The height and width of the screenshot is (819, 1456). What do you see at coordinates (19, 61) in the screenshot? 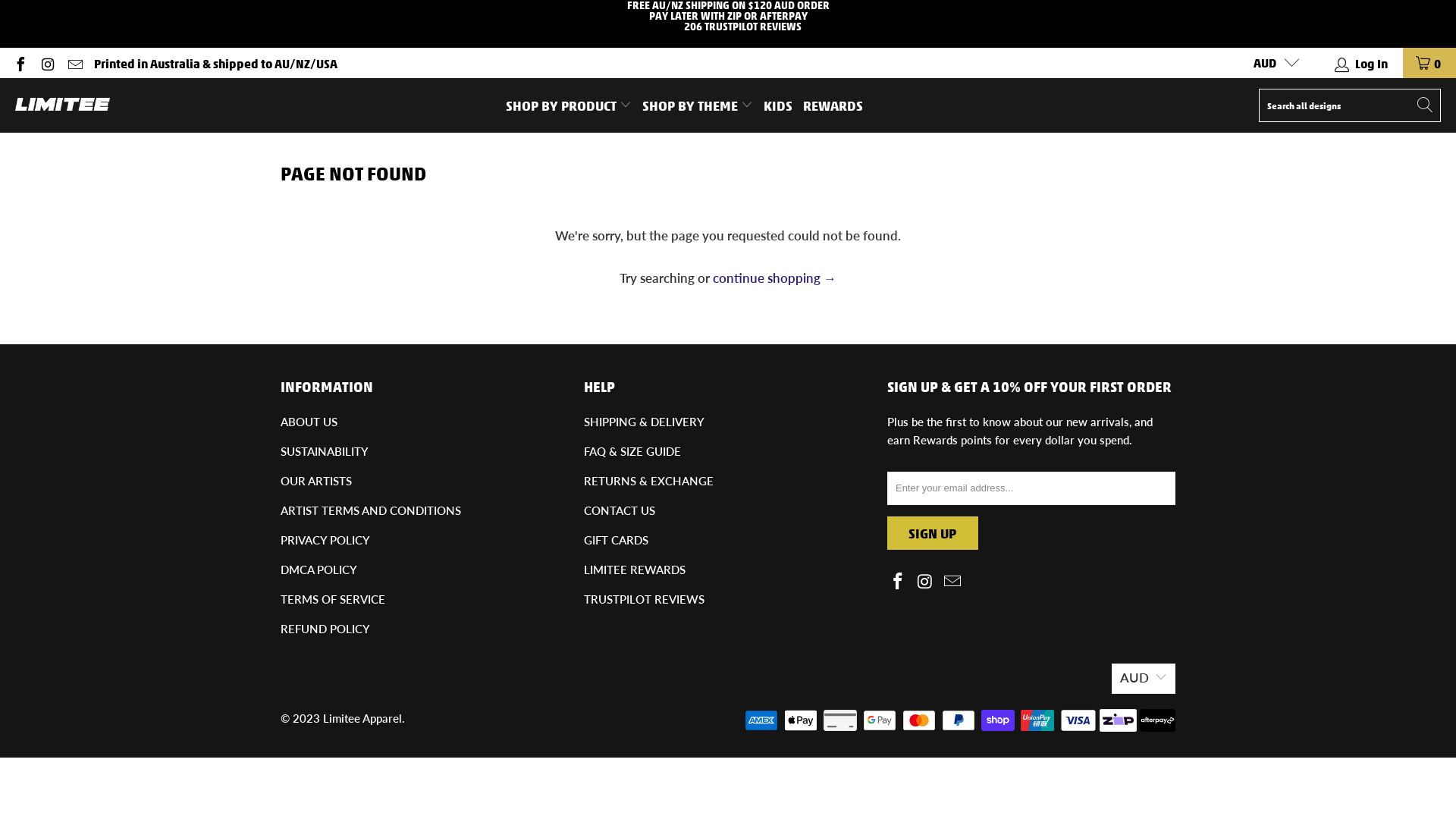
I see `'Limitee Apparel on Facebook'` at bounding box center [19, 61].